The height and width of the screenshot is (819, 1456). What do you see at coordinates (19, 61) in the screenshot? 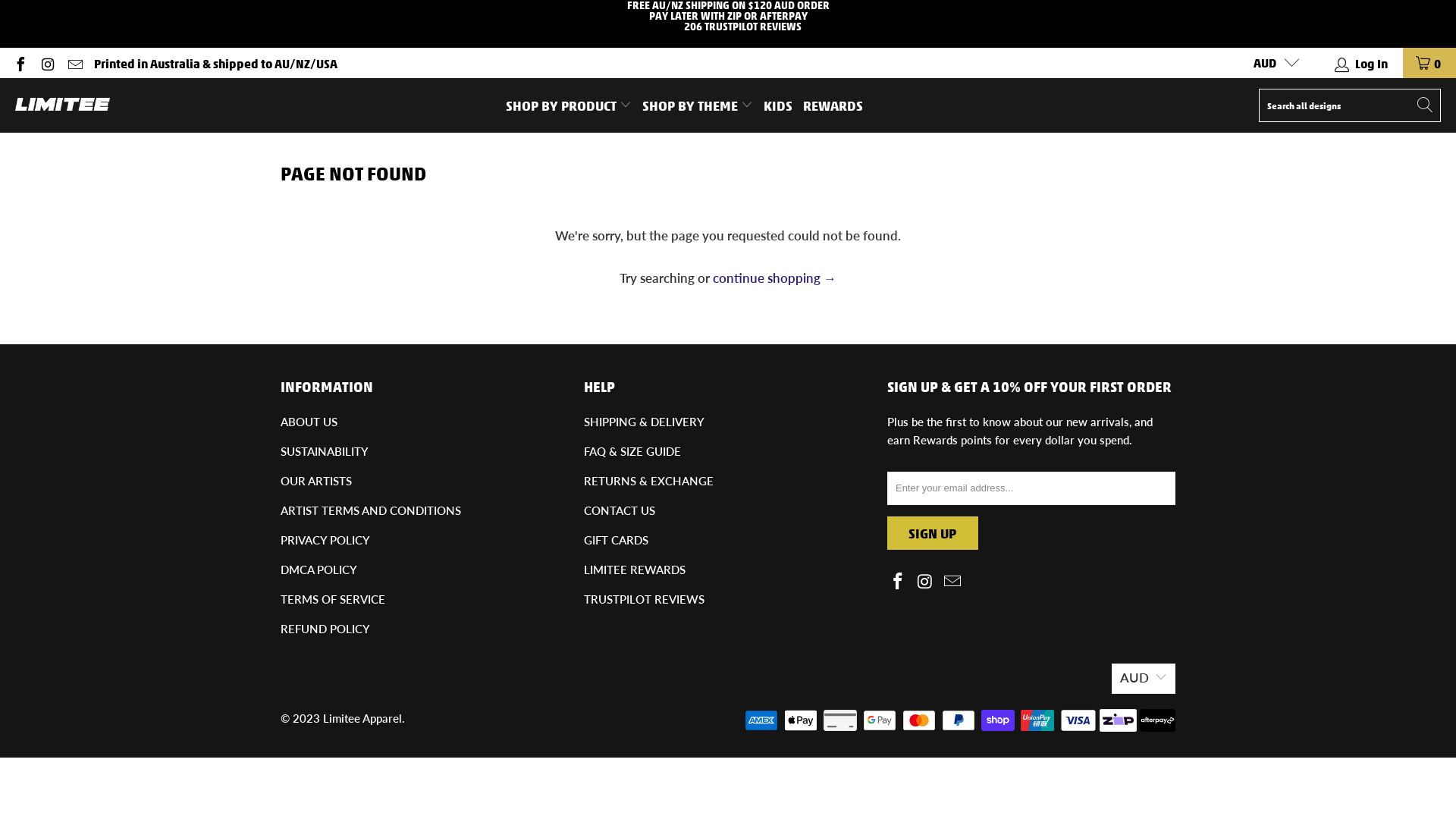
I see `'Limitee Apparel on Facebook'` at bounding box center [19, 61].